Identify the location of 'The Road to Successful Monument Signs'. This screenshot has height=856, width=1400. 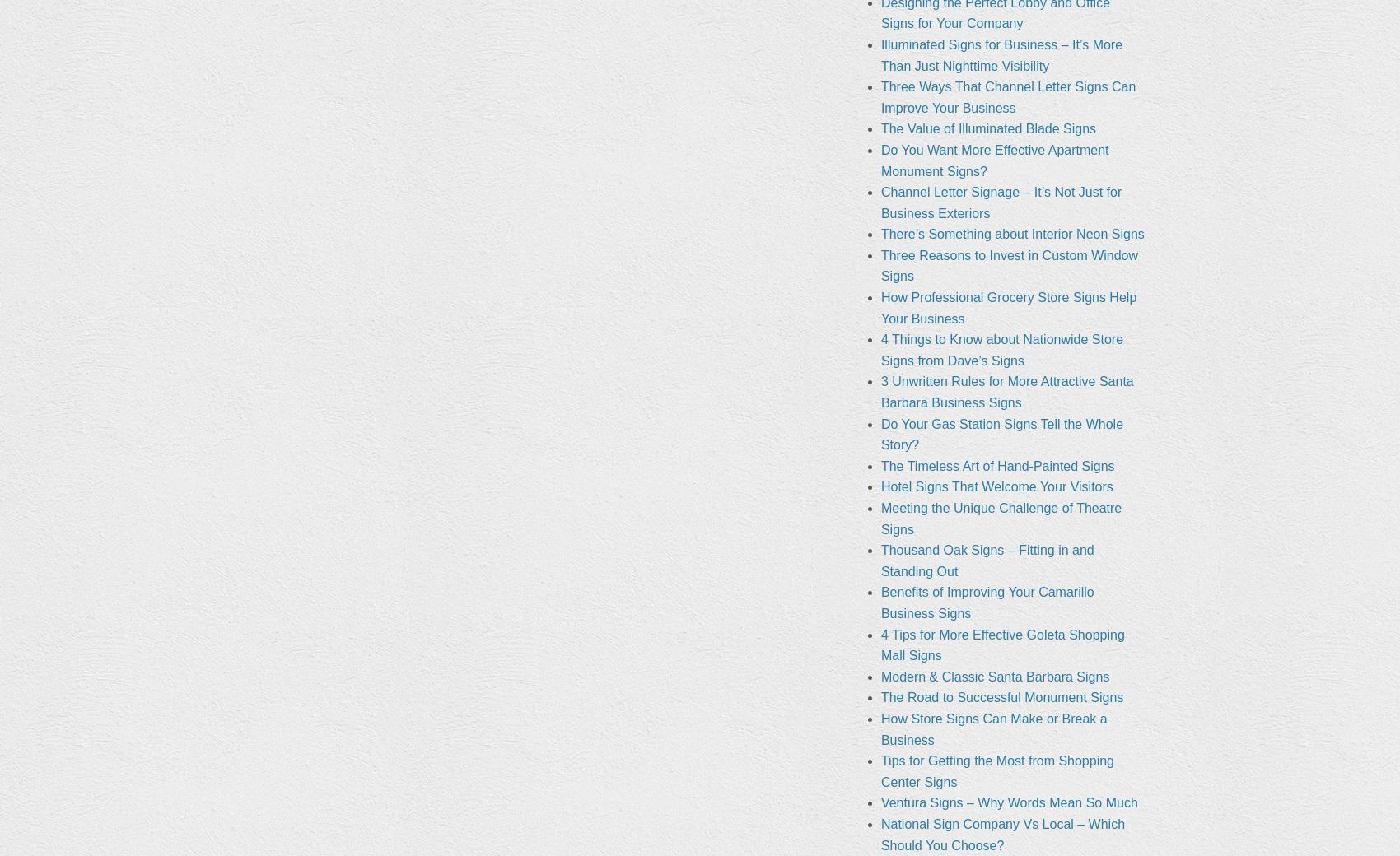
(880, 696).